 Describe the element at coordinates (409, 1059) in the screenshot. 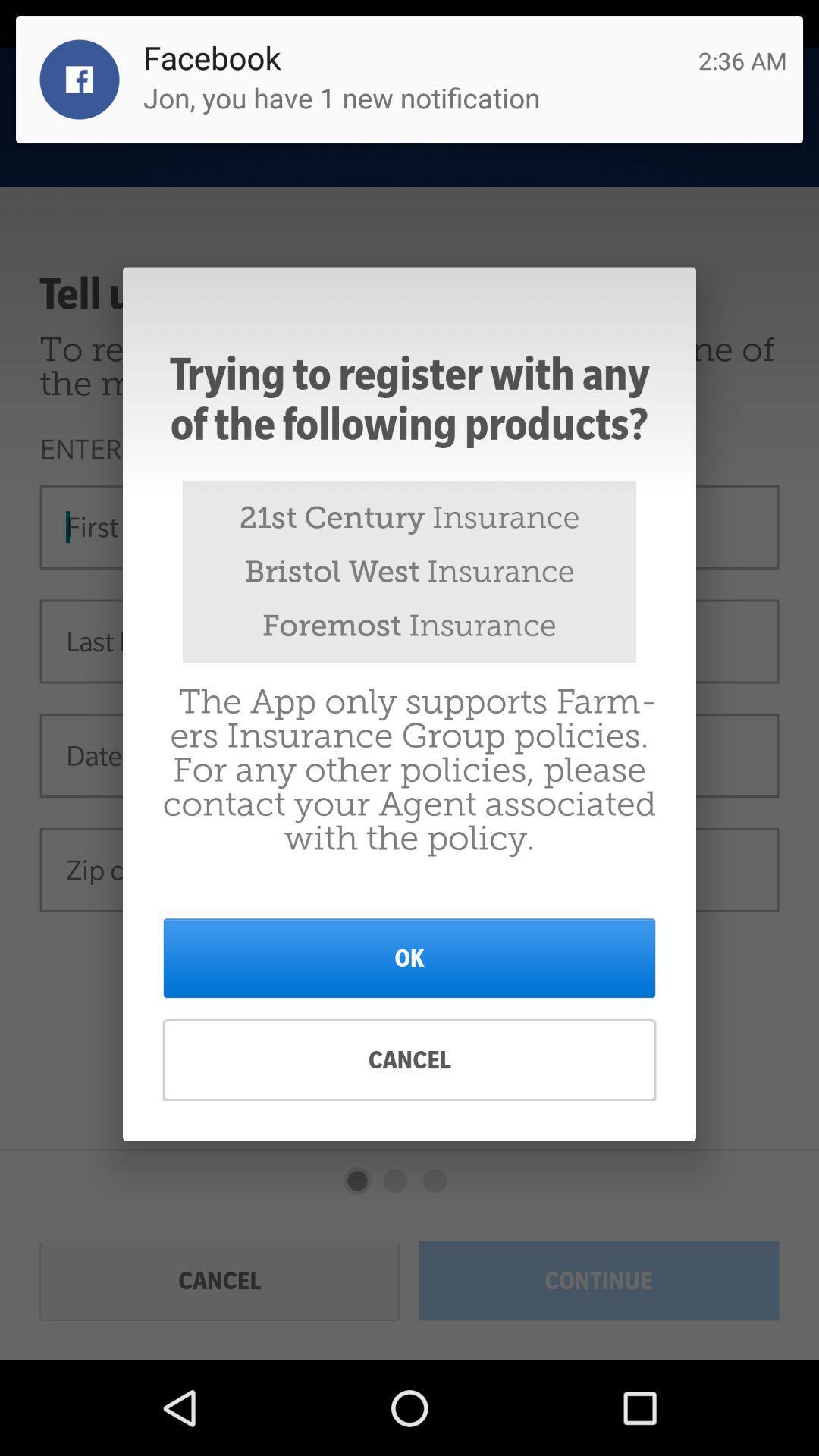

I see `the cancel at the bottom` at that location.